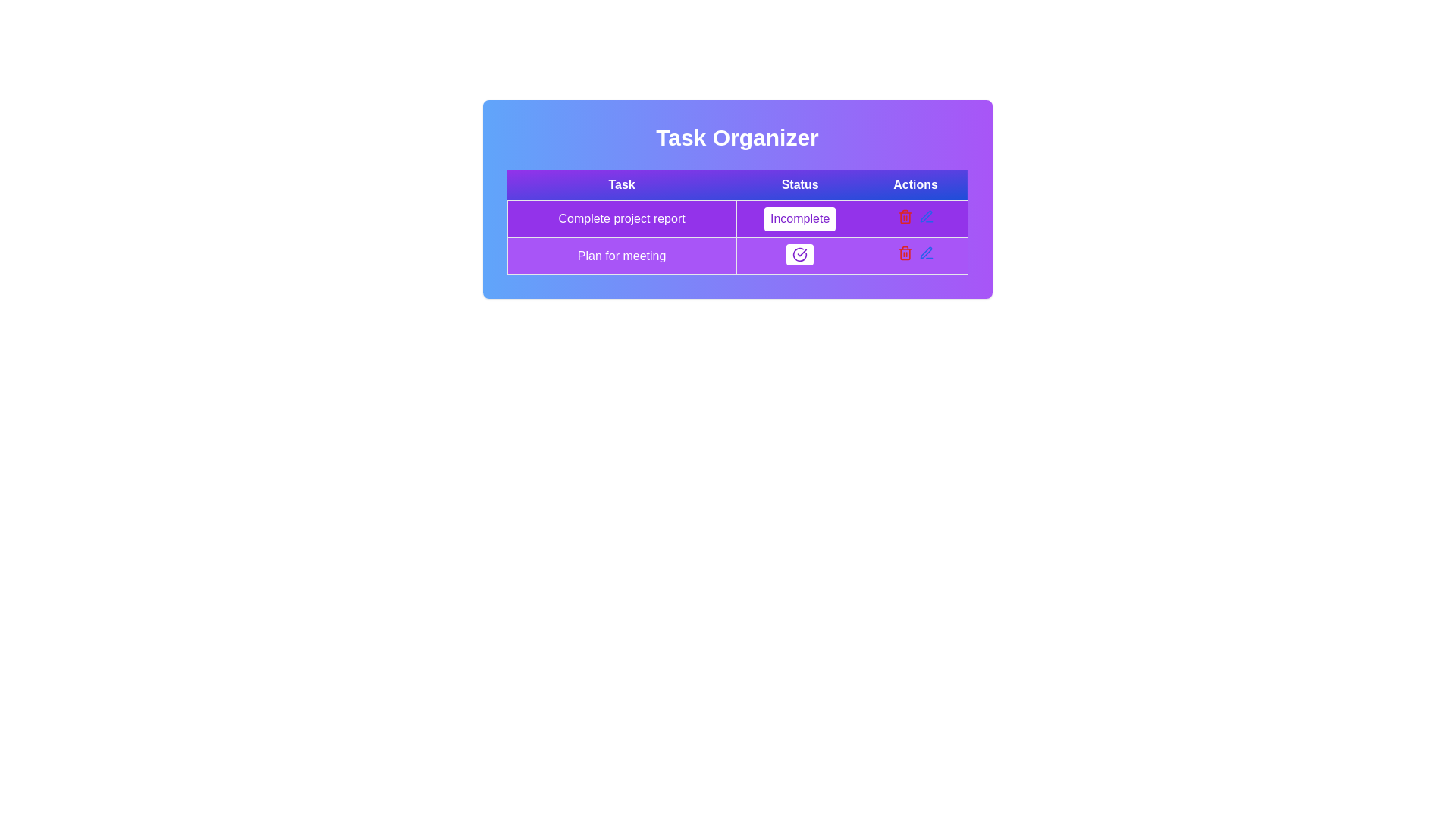  What do you see at coordinates (799, 255) in the screenshot?
I see `the button in the second row under the 'Status' column` at bounding box center [799, 255].